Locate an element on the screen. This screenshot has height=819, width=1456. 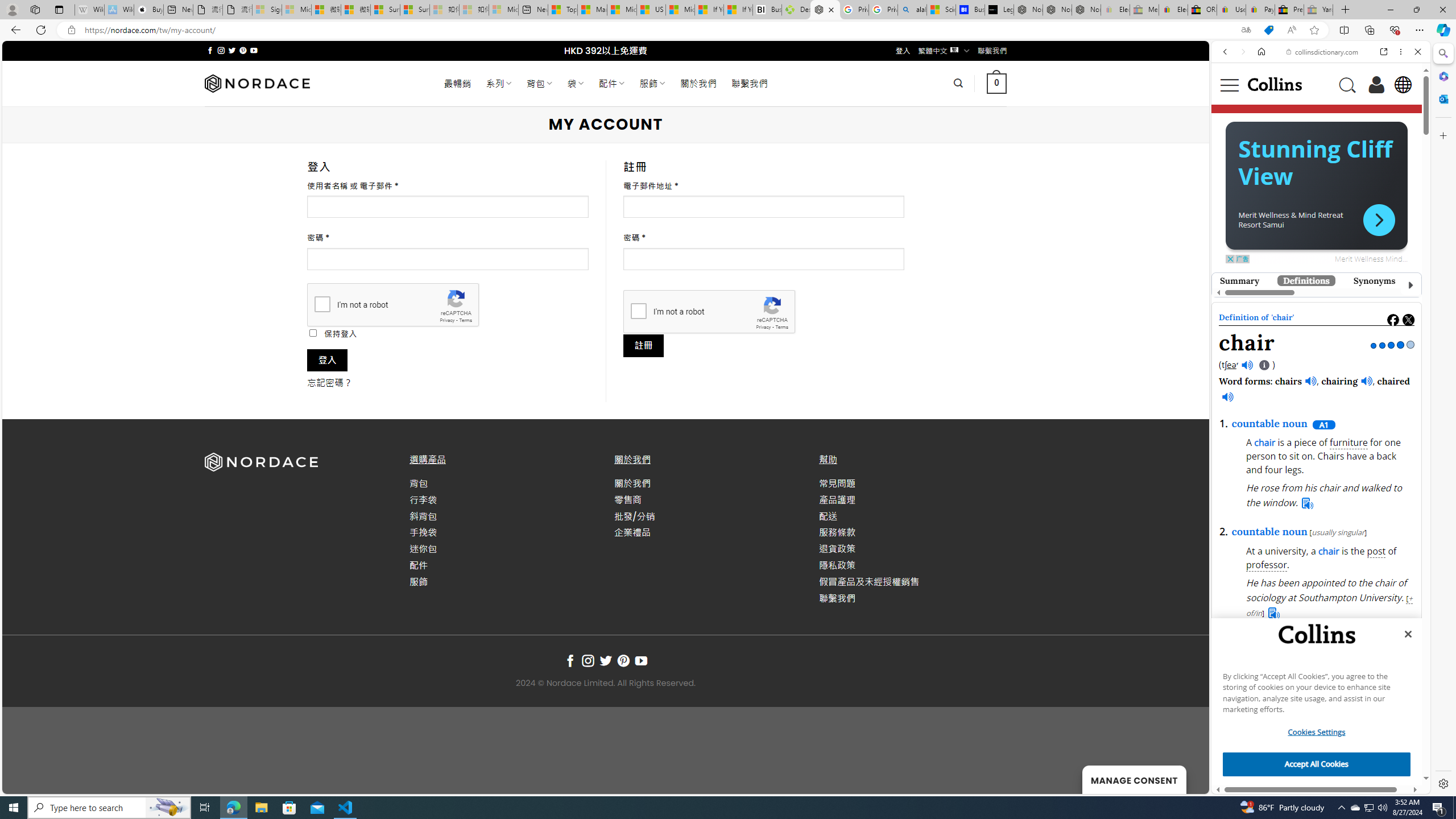
'Synonyms' is located at coordinates (1373, 280).